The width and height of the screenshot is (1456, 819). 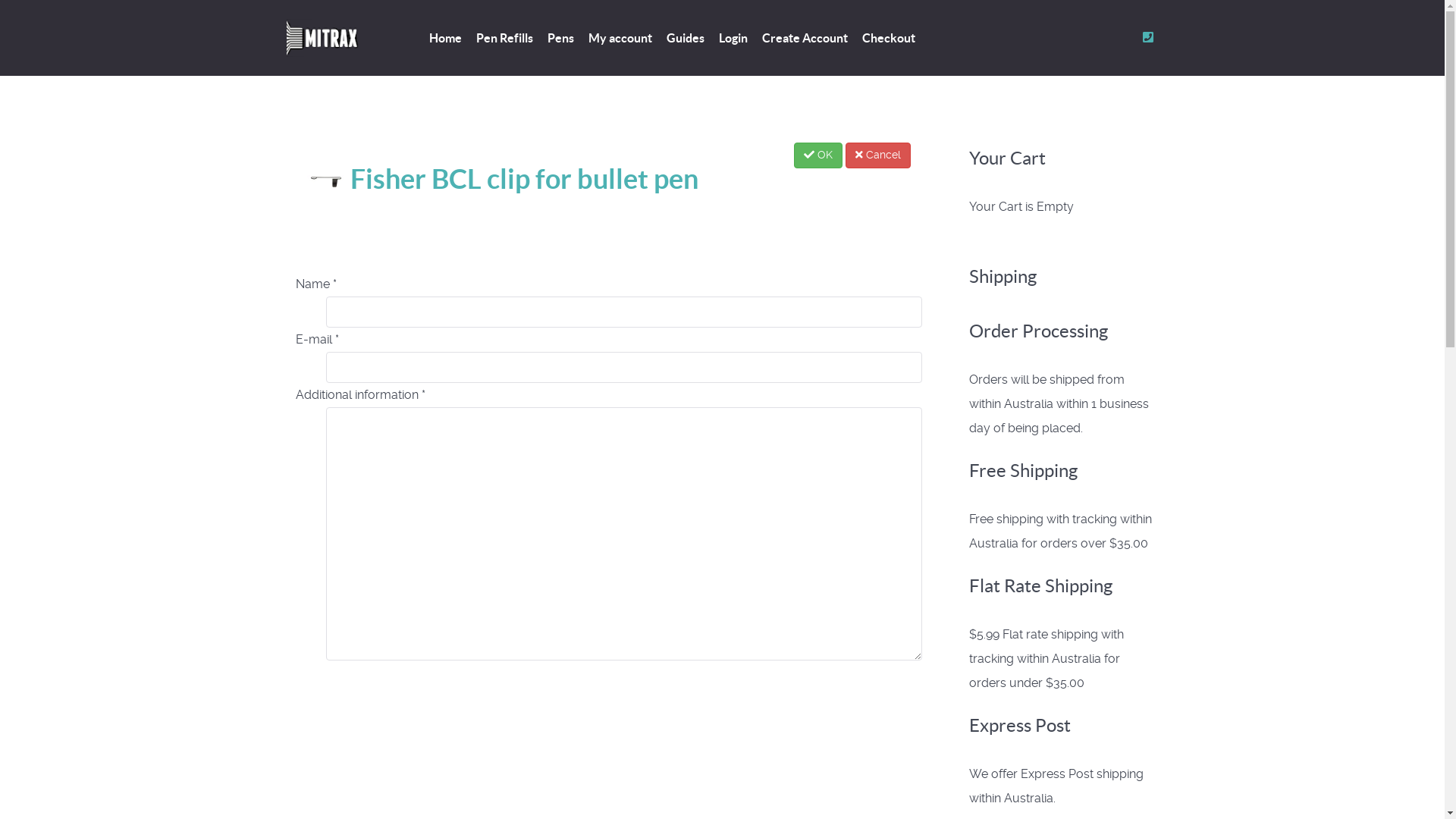 I want to click on 'Home', so click(x=444, y=38).